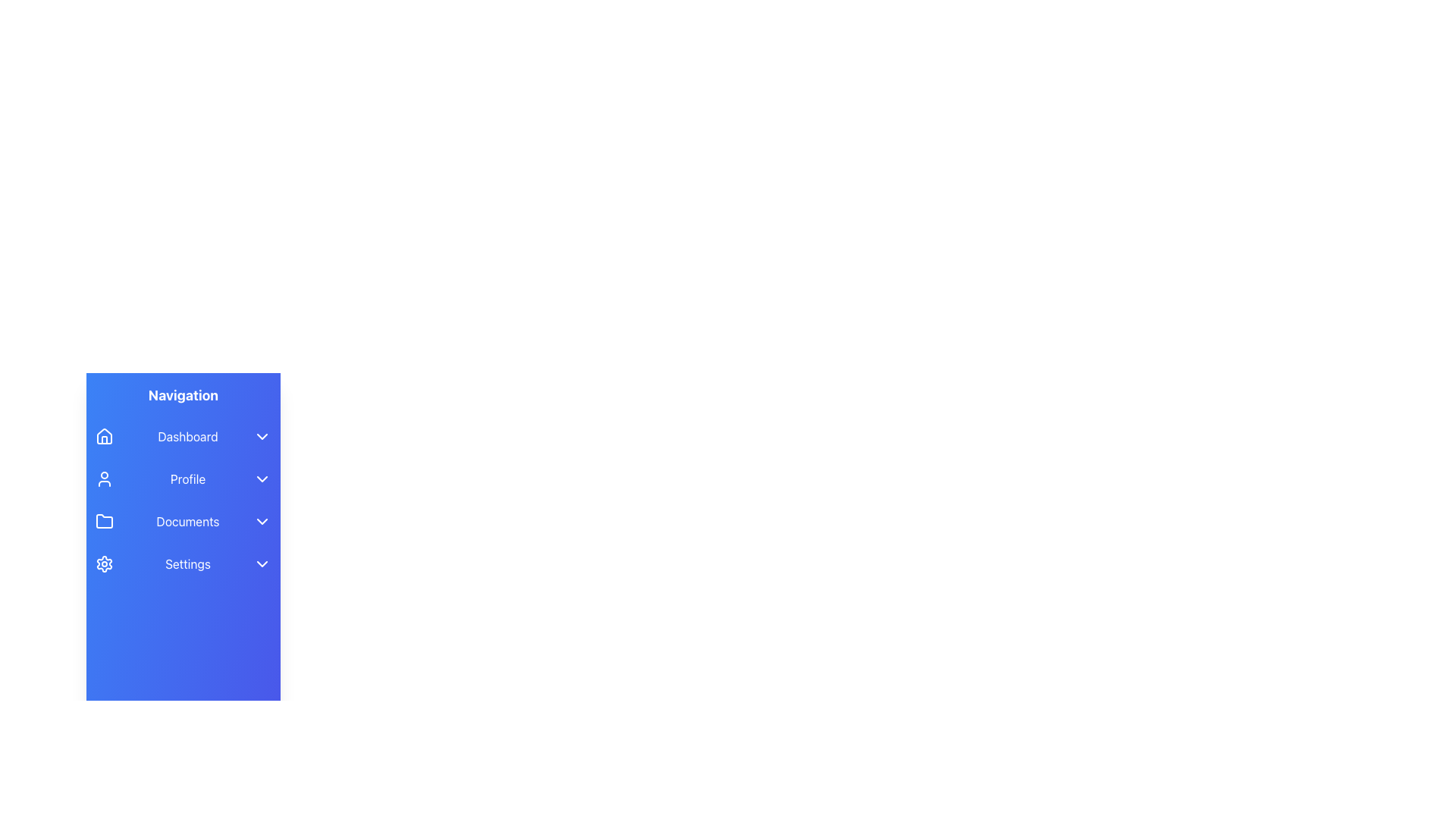  Describe the element at coordinates (104, 479) in the screenshot. I see `the Profile Icon located in the vertical navigation menu, positioned below the Dashboard and above the Documents sections` at that location.